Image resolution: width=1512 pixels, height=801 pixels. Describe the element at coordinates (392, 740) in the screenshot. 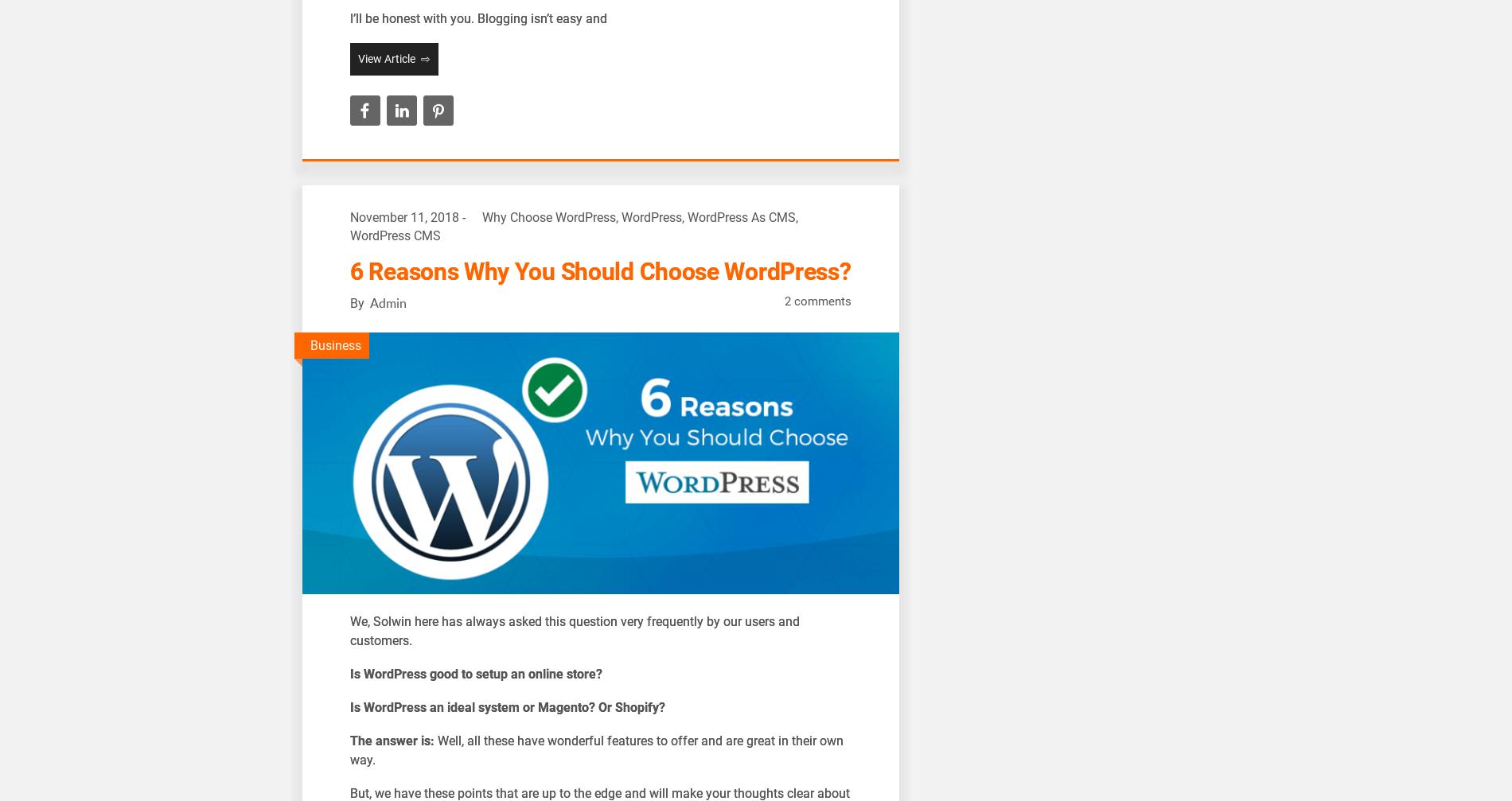

I see `'The answer is:'` at that location.